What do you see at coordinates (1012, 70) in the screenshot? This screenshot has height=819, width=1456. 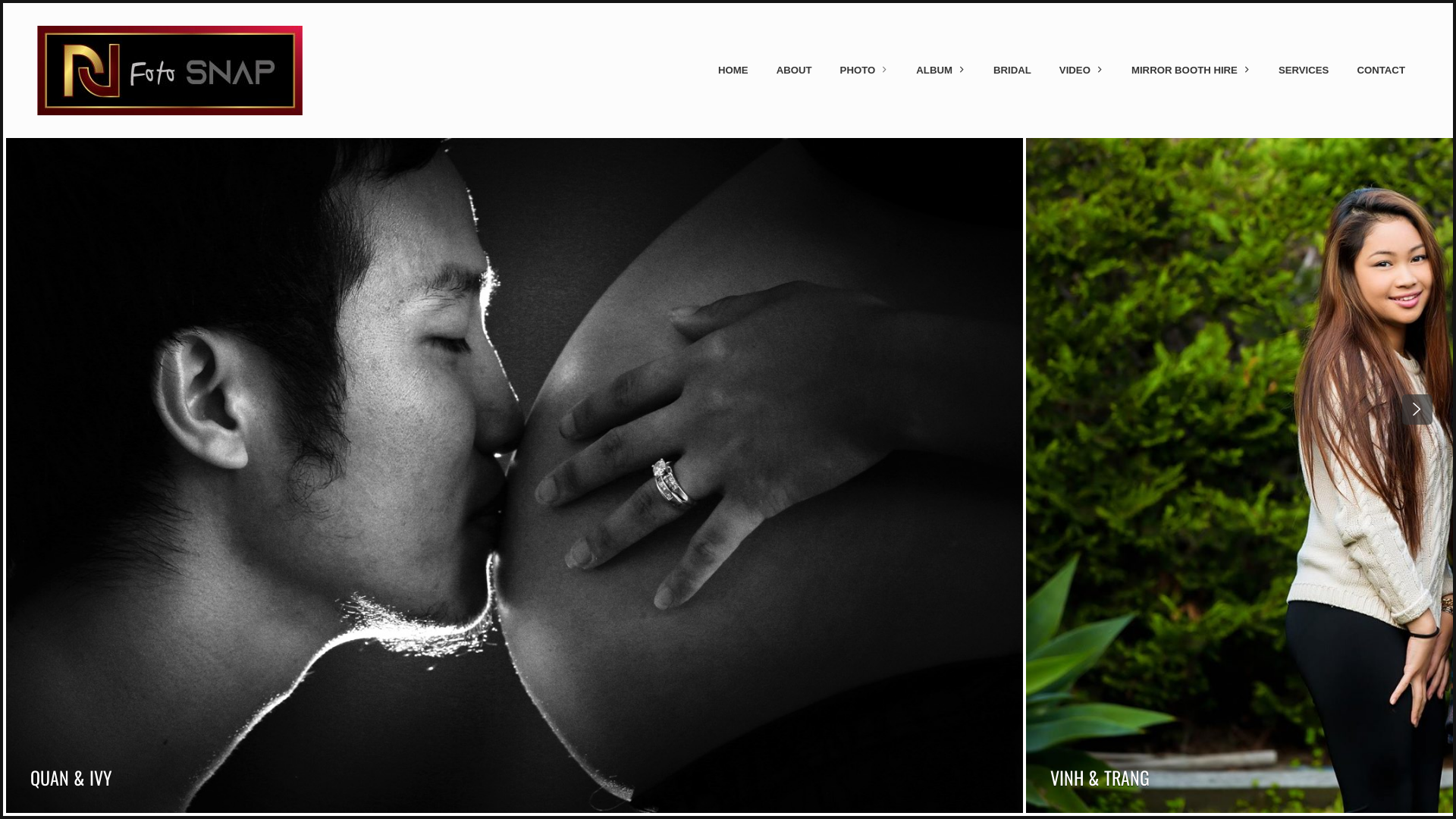 I see `'BRIDAL'` at bounding box center [1012, 70].